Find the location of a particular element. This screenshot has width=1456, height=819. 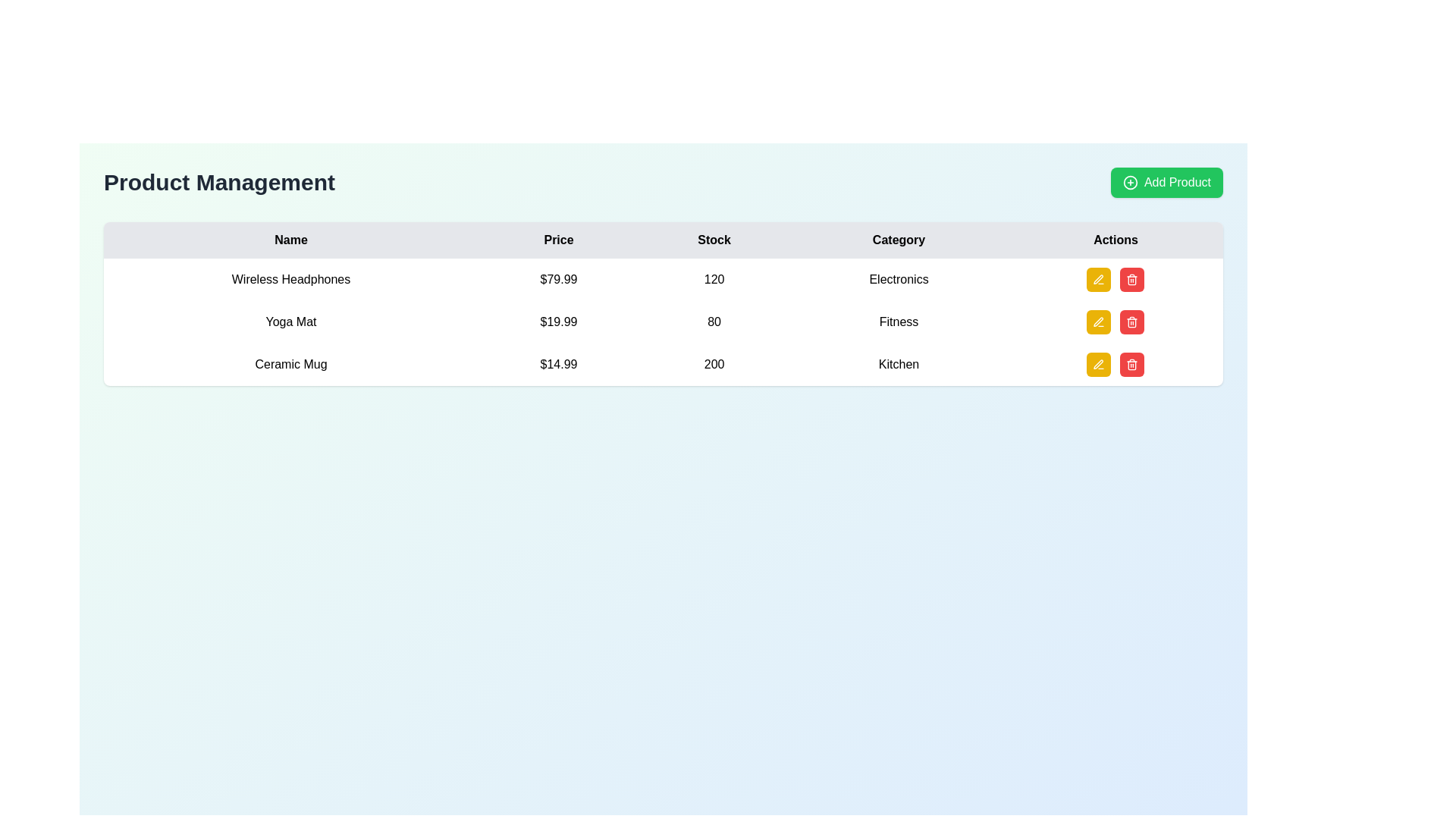

the Decorative element within the SVG graphic that visually contributes to the 'Delete' button's icon in the 'Actions' column of the table row is located at coordinates (1132, 366).